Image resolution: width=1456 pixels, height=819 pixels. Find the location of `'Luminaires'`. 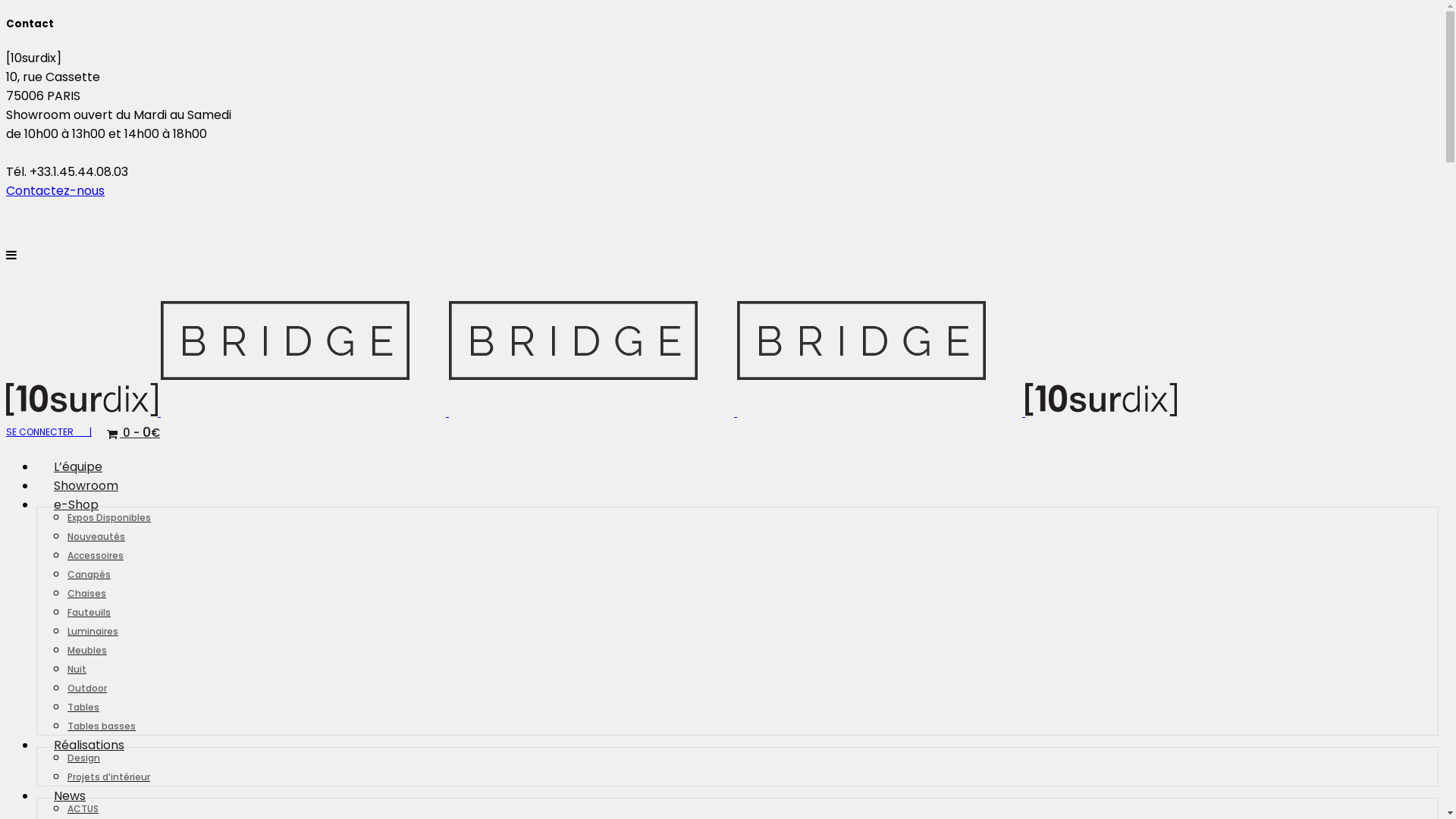

'Luminaires' is located at coordinates (92, 630).